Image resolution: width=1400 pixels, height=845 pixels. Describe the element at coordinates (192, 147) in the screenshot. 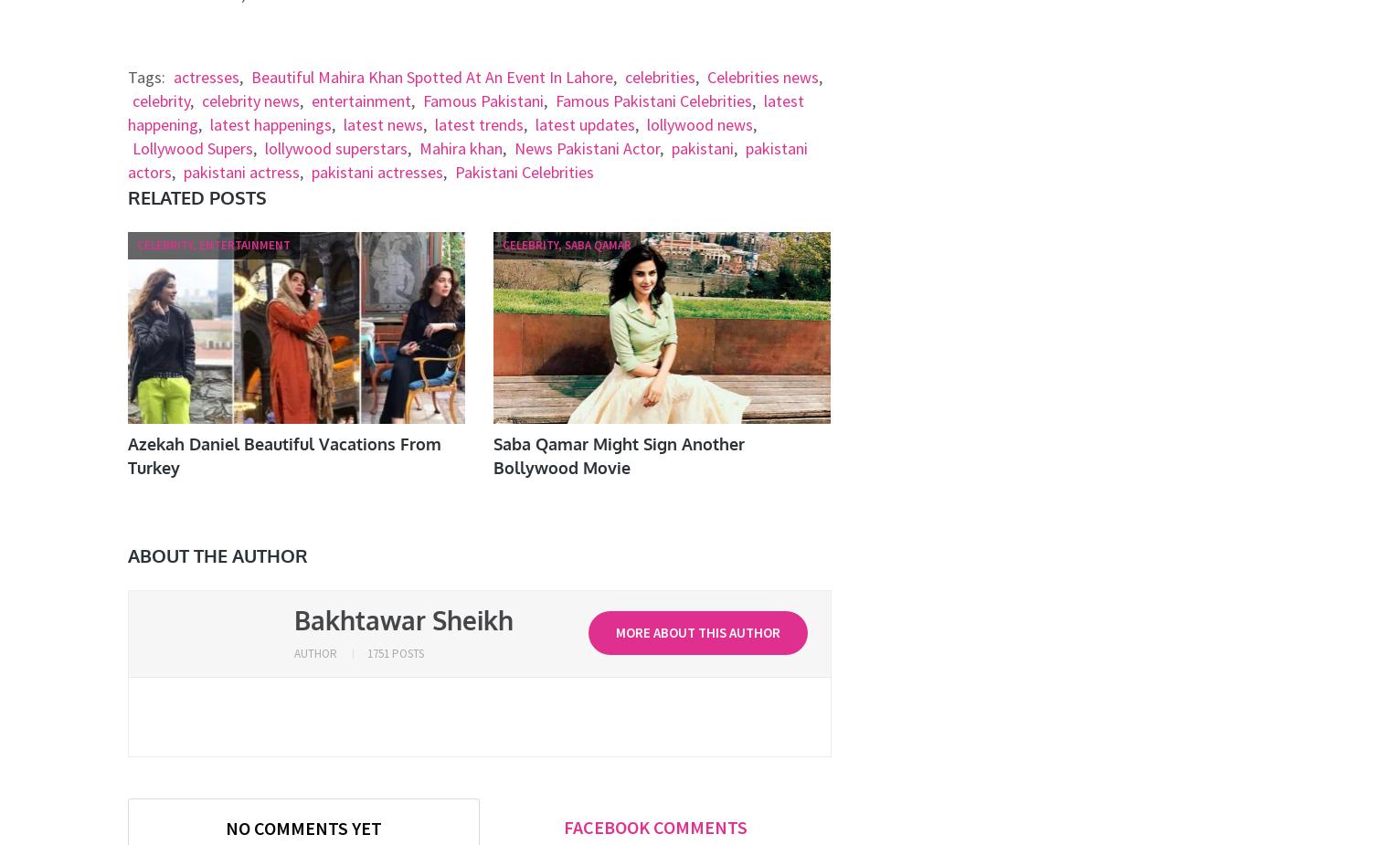

I see `'Lollywood Supers'` at that location.